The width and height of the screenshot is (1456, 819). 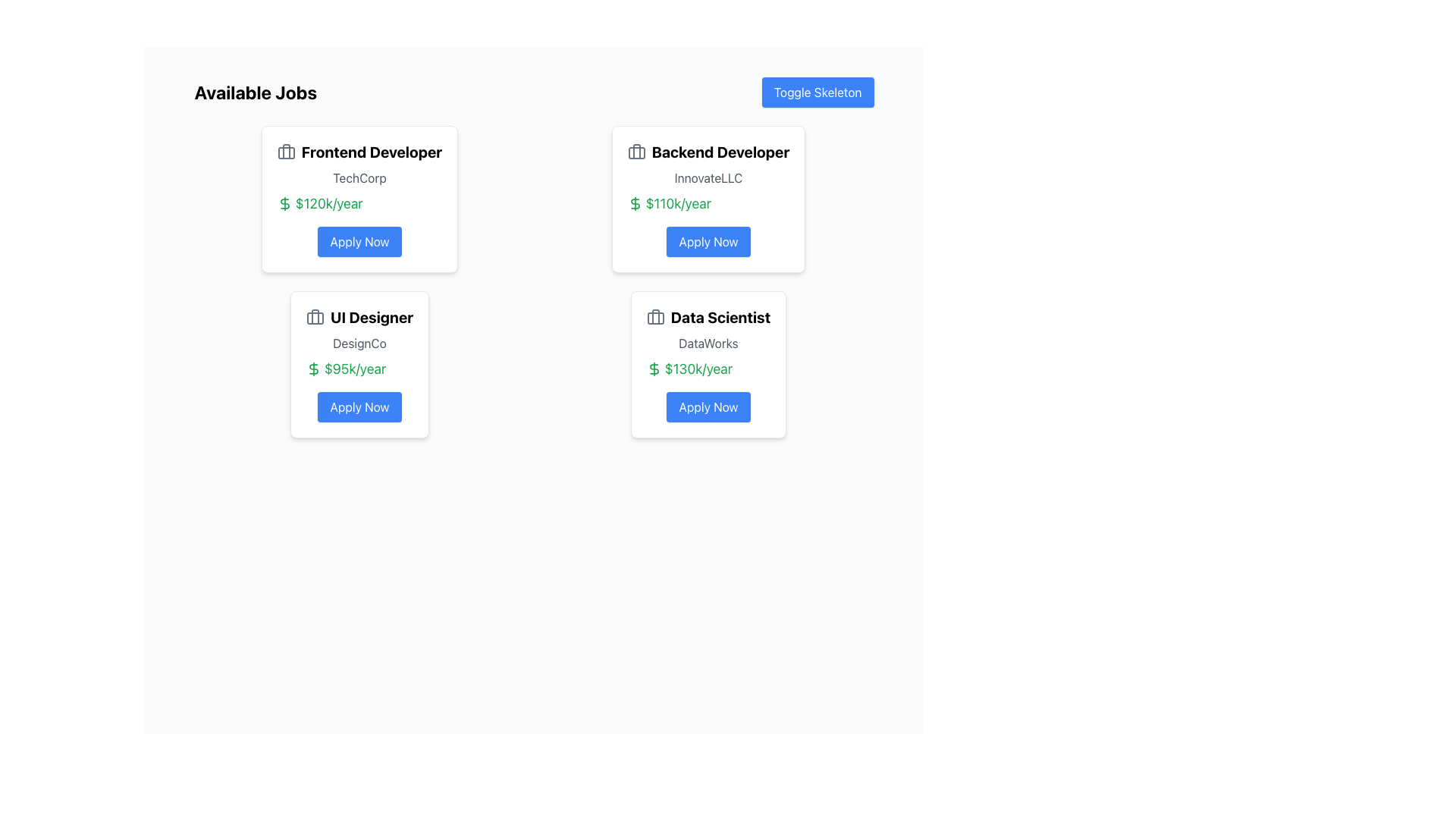 I want to click on the Text label (Heading) that serves as a non-interactive descriptive heading for the section, located to the immediate left of the 'Toggle Skeleton' button, so click(x=256, y=93).